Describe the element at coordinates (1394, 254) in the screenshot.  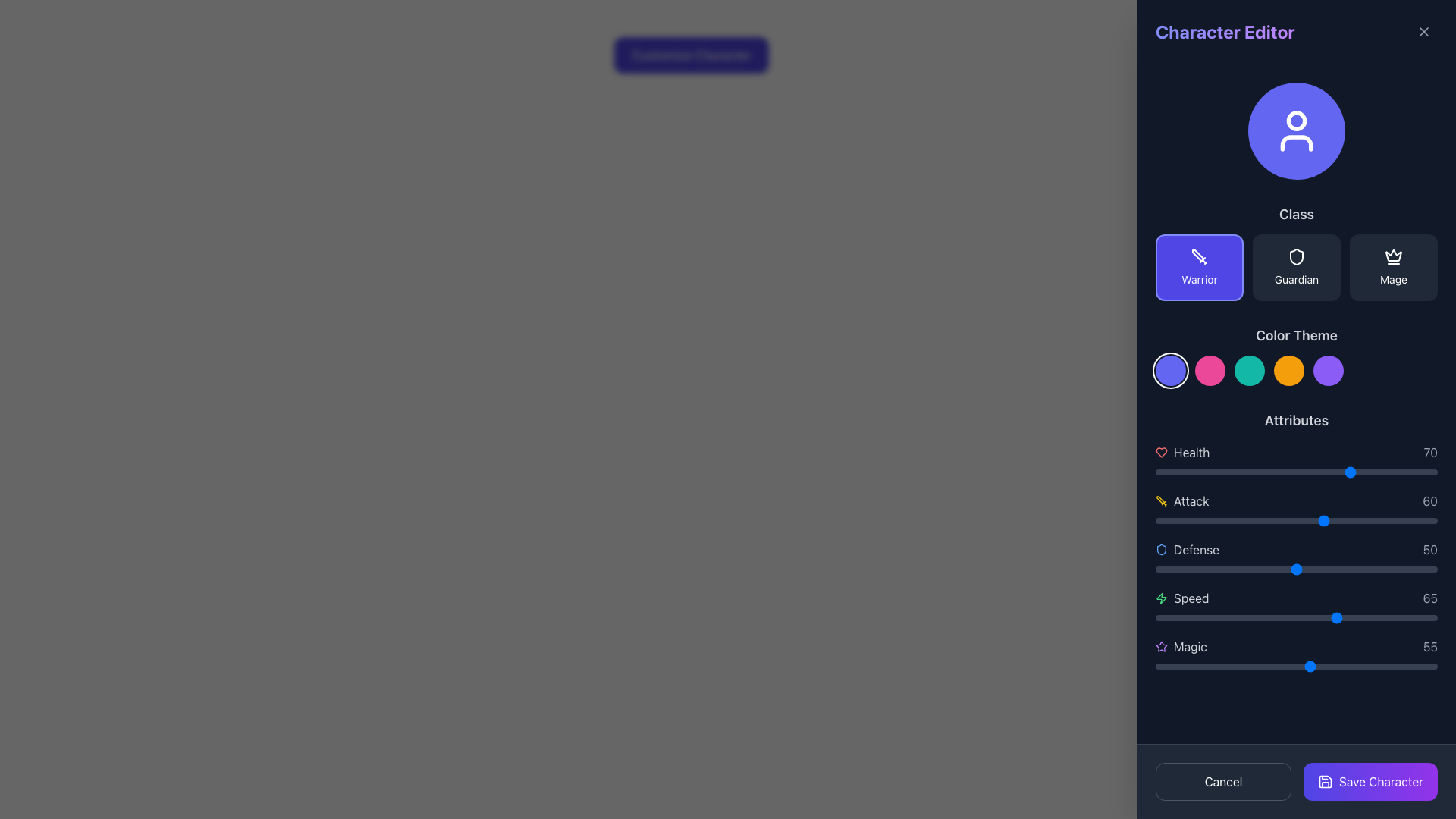
I see `the crown icon representing the 'Mage' class in the character editor interface` at that location.